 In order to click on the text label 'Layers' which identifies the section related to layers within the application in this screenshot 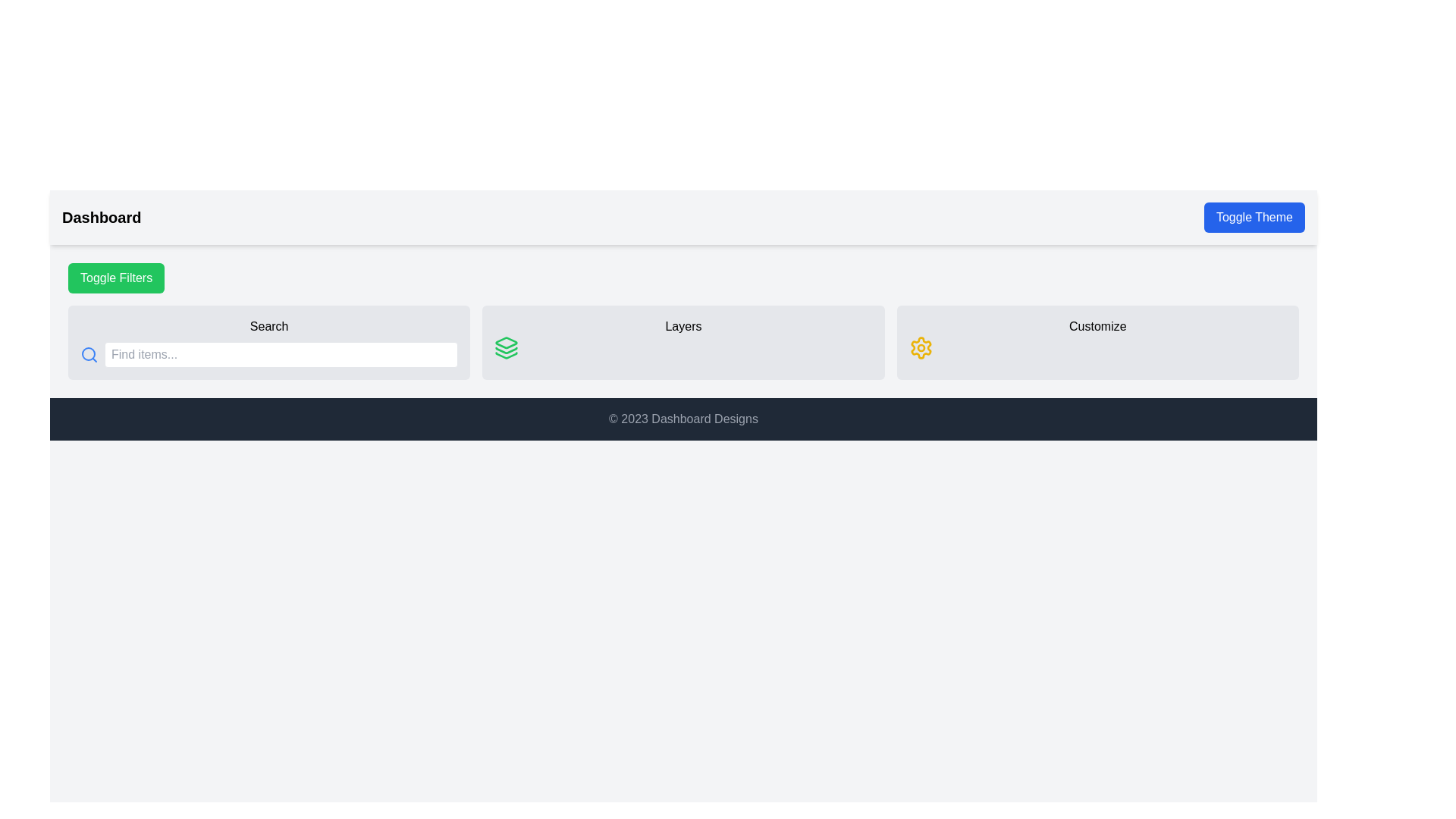, I will do `click(682, 326)`.